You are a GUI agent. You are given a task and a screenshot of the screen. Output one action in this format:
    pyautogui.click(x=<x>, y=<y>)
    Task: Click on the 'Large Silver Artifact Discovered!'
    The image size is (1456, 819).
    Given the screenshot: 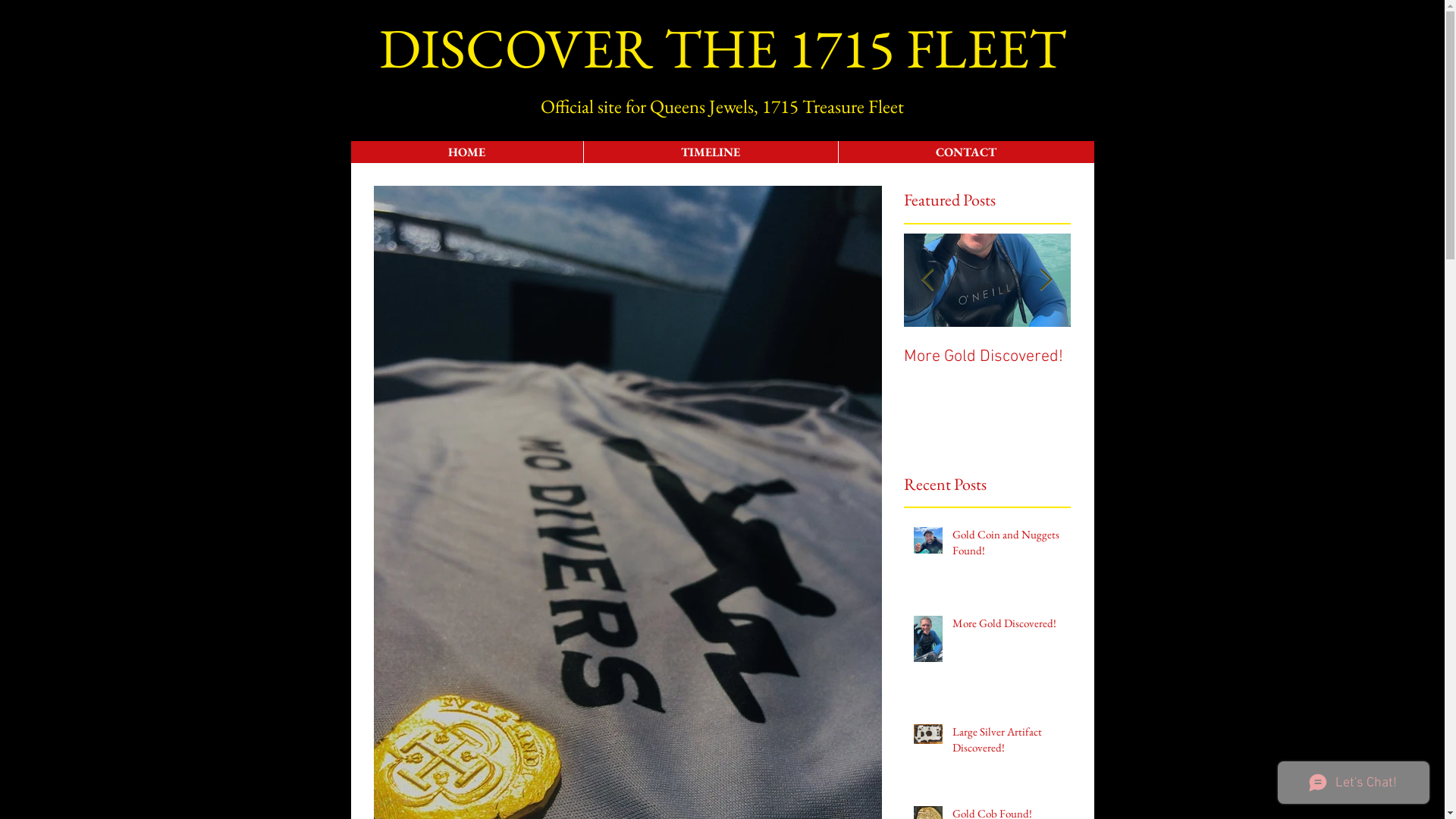 What is the action you would take?
    pyautogui.click(x=952, y=742)
    